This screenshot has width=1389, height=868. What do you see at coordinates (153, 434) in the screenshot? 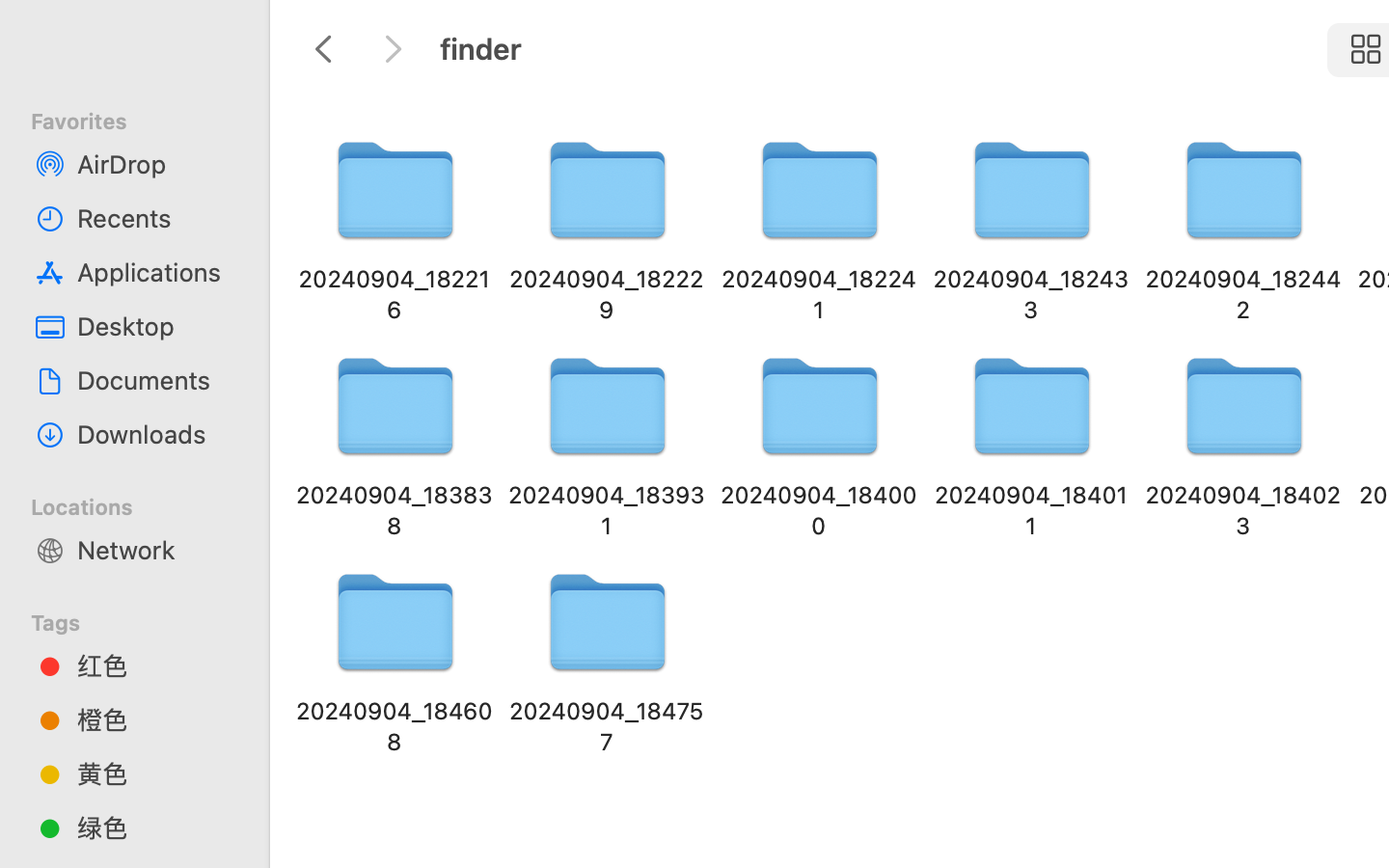
I see `'Downloads'` at bounding box center [153, 434].